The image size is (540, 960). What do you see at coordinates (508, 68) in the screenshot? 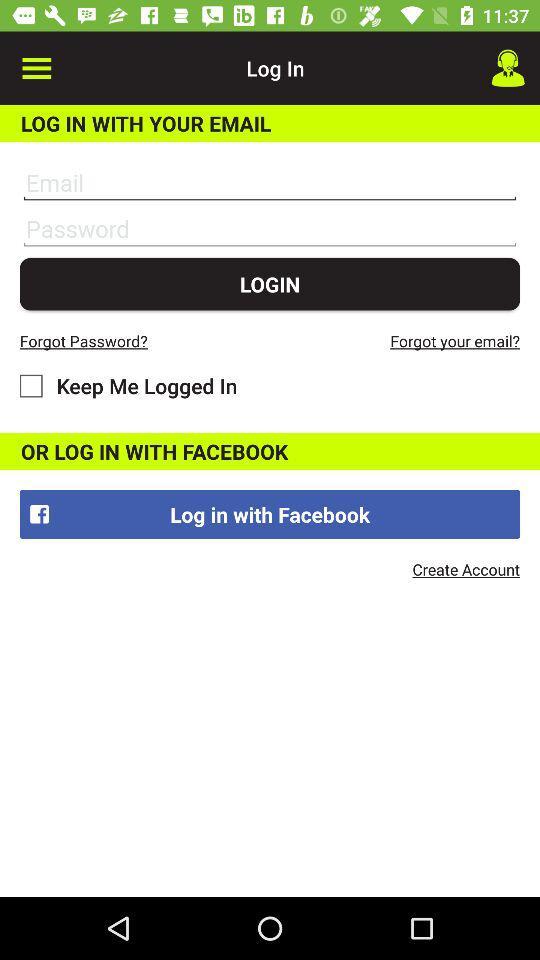
I see `the icon above the log in with icon` at bounding box center [508, 68].